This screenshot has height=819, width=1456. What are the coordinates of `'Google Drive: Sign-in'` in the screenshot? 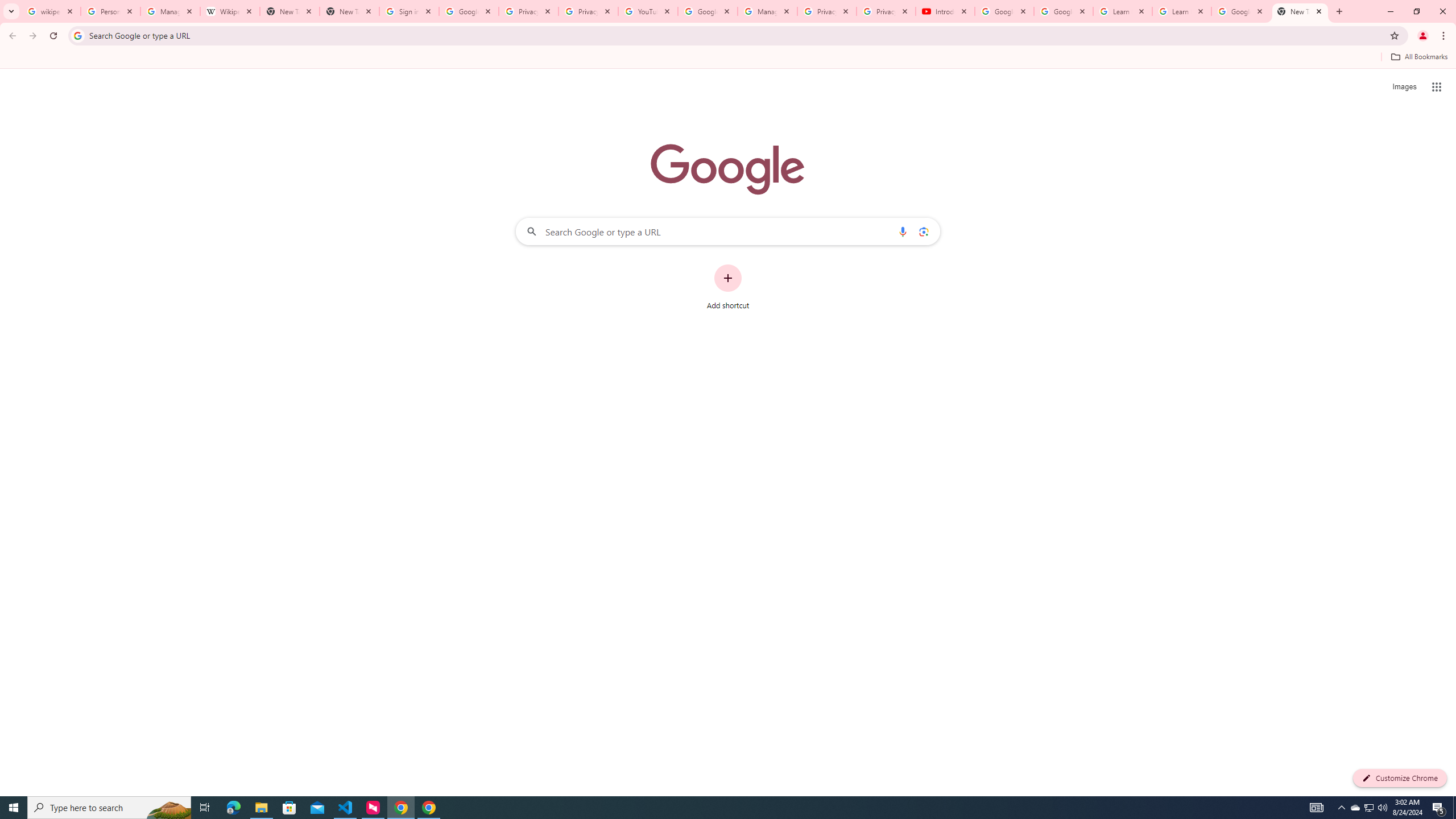 It's located at (468, 11).